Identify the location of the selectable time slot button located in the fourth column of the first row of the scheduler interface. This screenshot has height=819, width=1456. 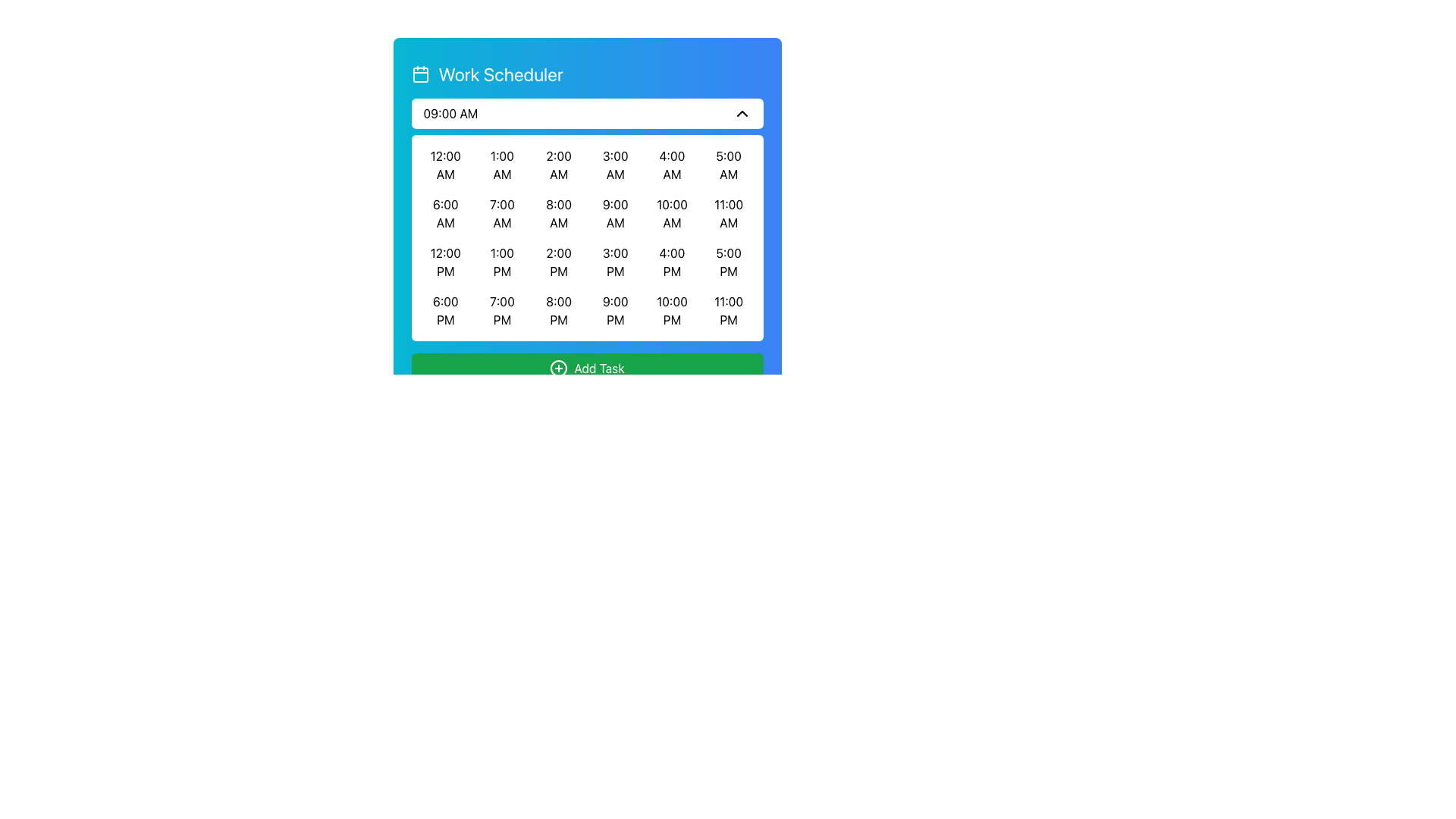
(615, 165).